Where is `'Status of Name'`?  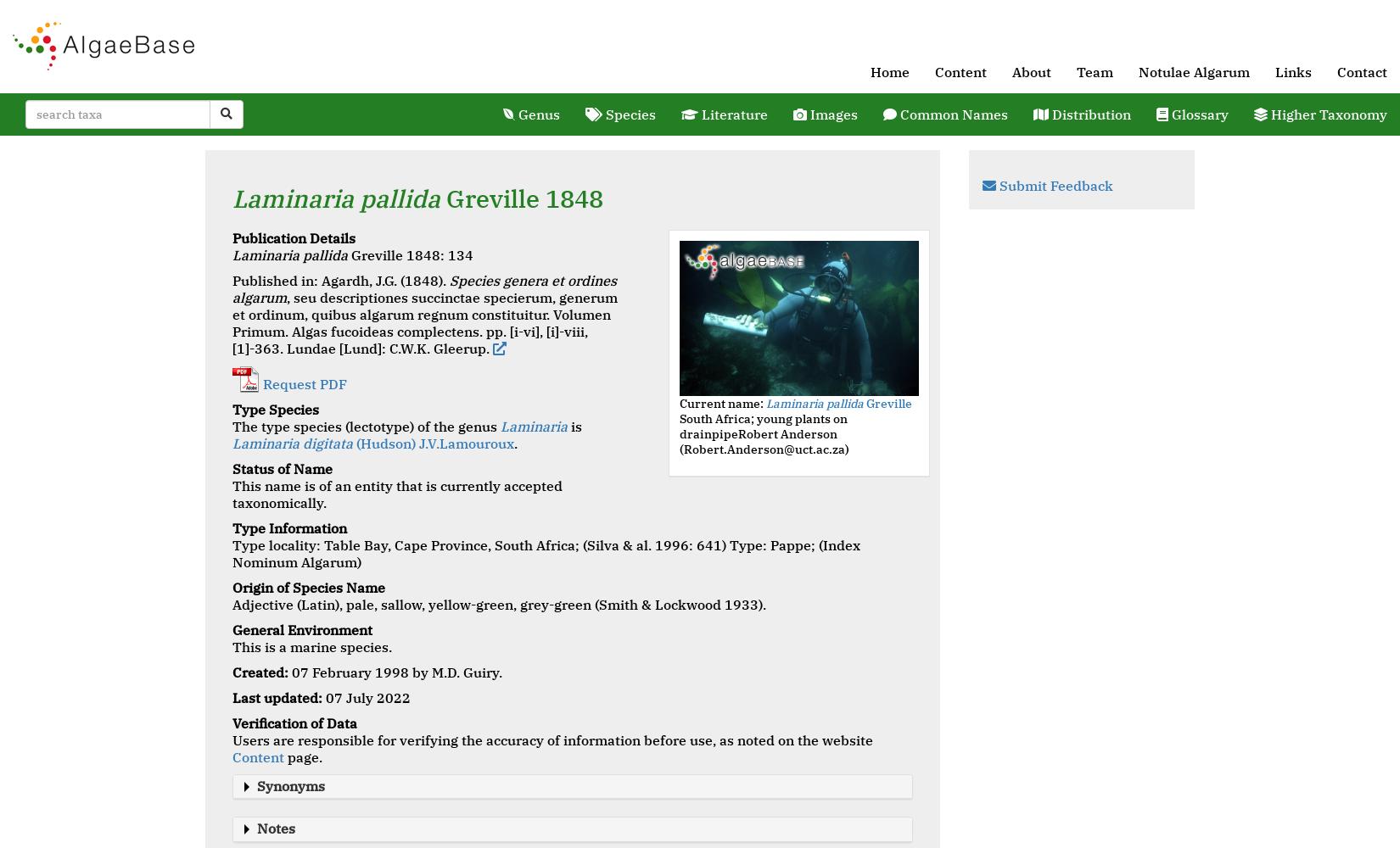
'Status of Name' is located at coordinates (282, 468).